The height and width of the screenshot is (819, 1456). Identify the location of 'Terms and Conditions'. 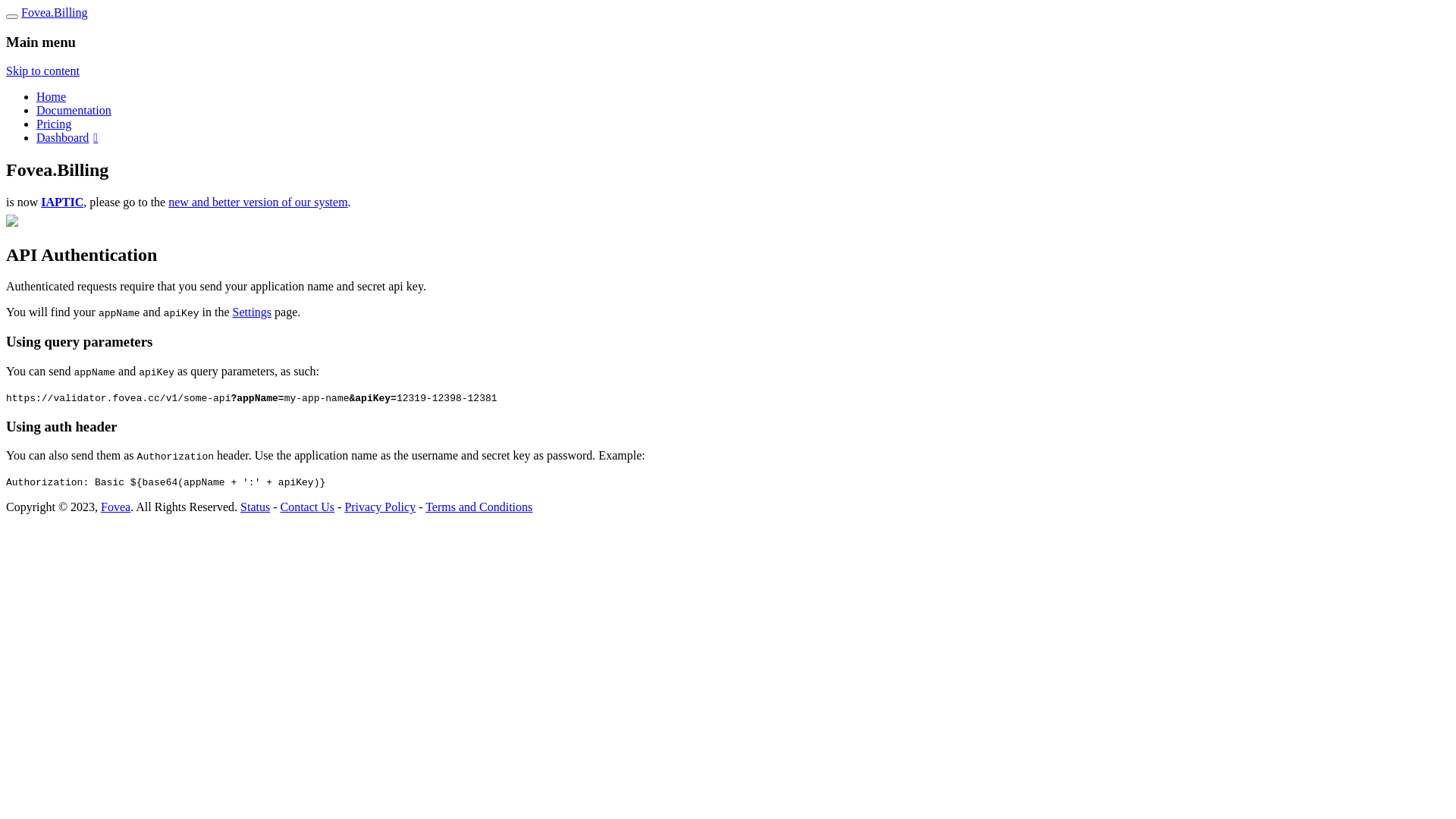
(478, 507).